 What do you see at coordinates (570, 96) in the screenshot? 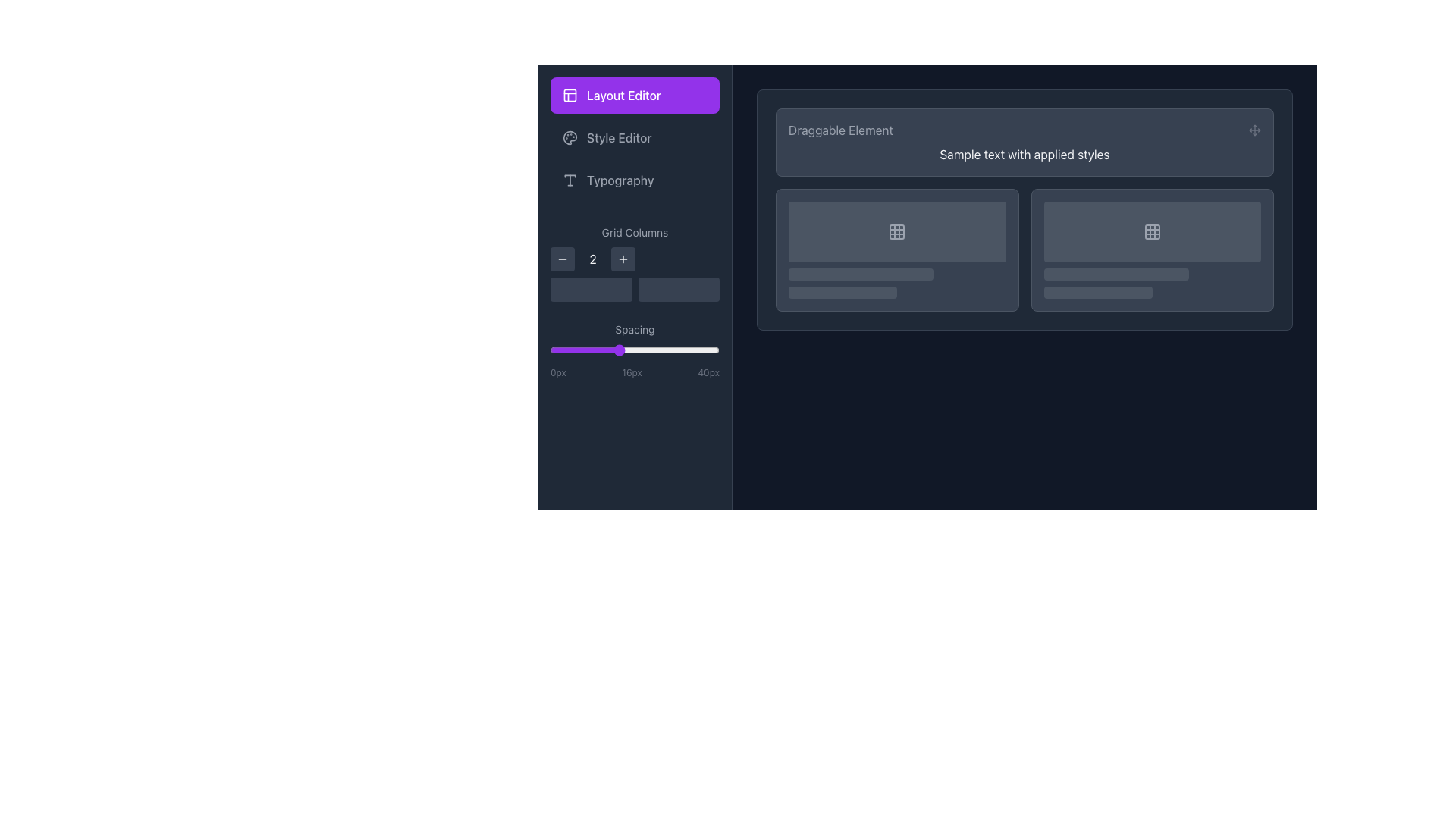
I see `the decorative icon located in the purple header labeled 'Layout Editor', which precedes the text label 'Layout Editor'` at bounding box center [570, 96].